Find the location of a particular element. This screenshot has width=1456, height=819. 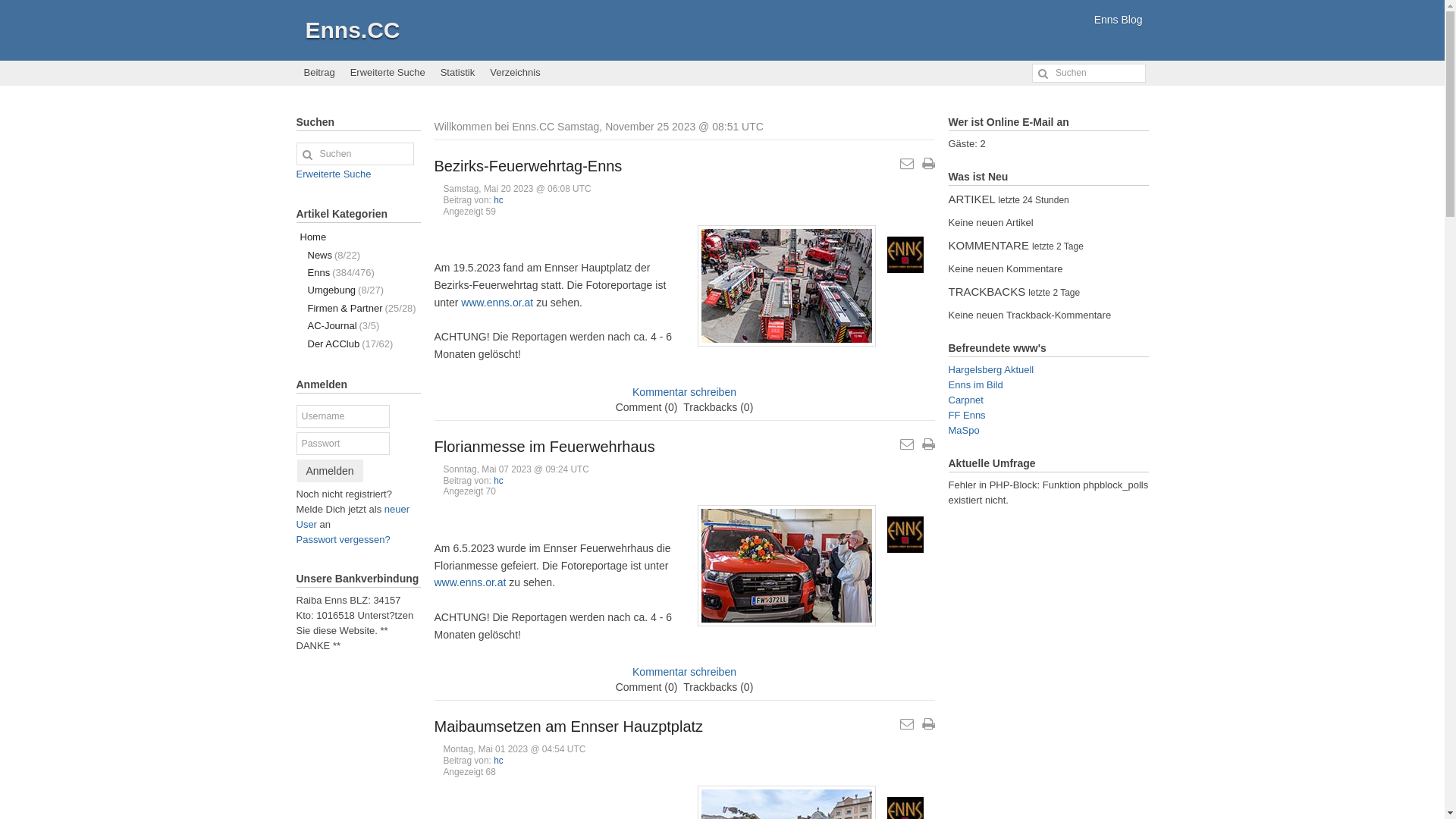

'Bezirks-Feuerwehrtag-Enns' is located at coordinates (528, 166).